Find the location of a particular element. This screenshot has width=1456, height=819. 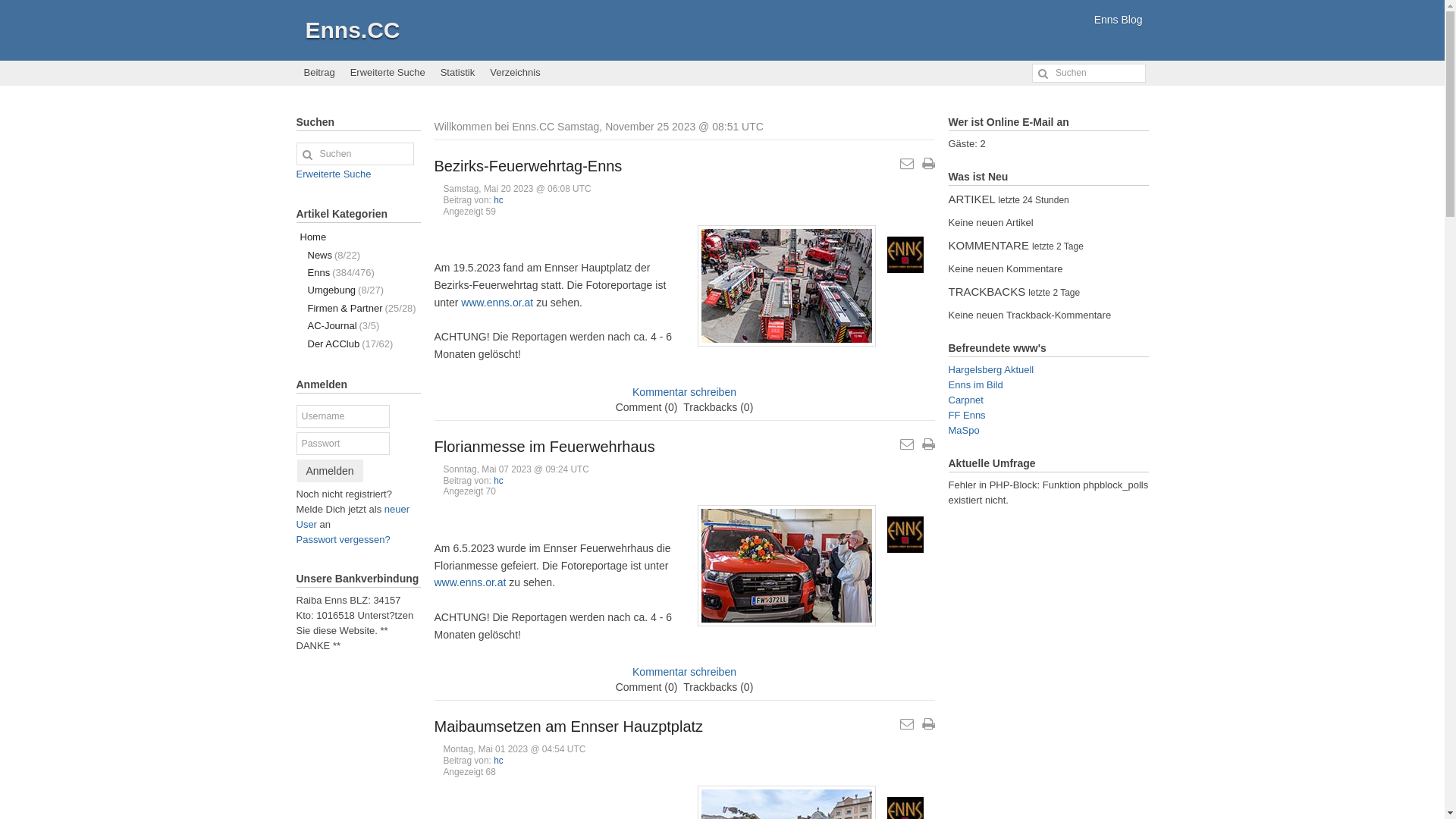

'Bezirks-Feuerwehrtag-Enns' is located at coordinates (528, 166).